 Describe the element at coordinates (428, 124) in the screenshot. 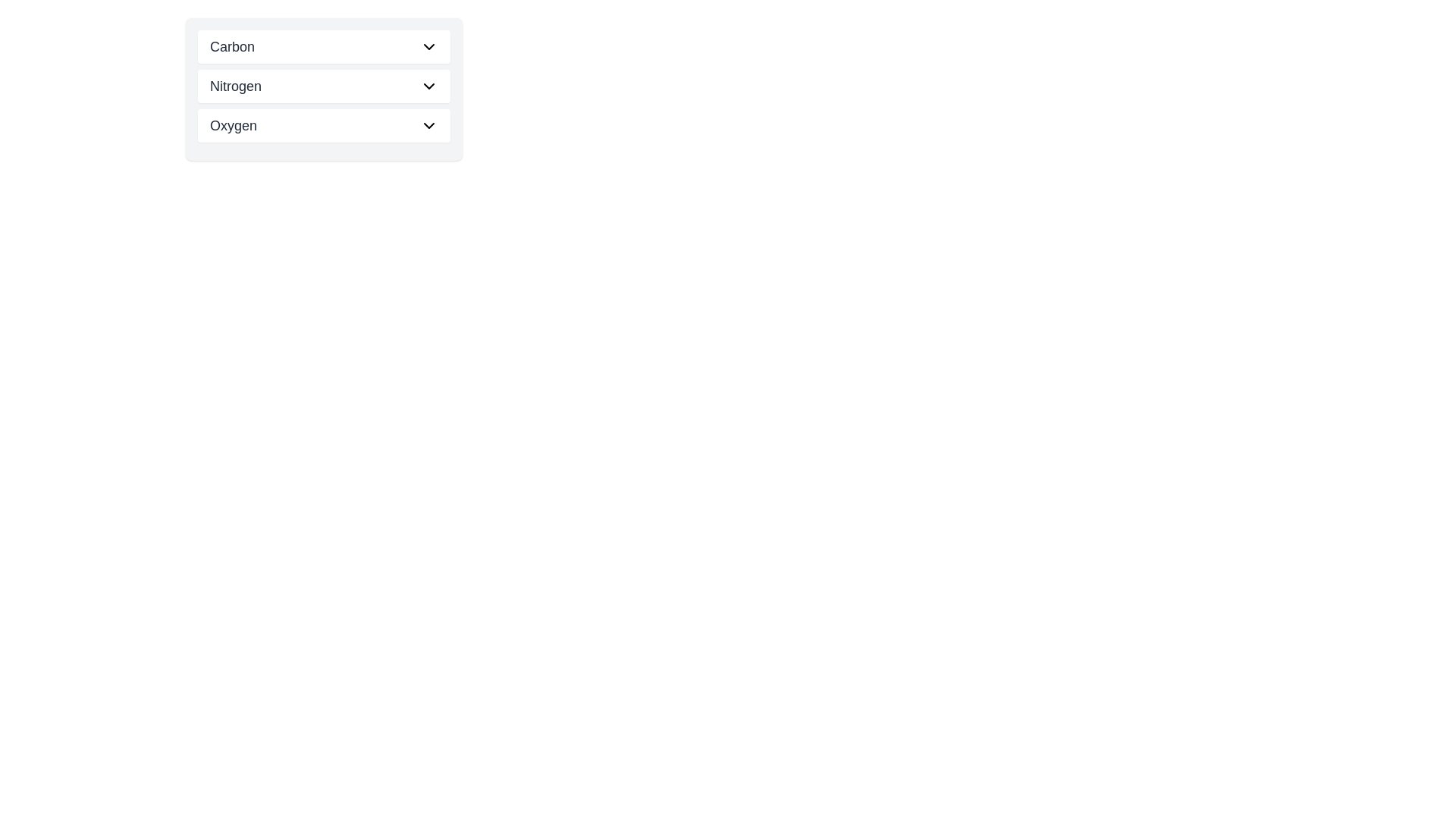

I see `the chevron icon associated with the 'Oxygen' button` at that location.